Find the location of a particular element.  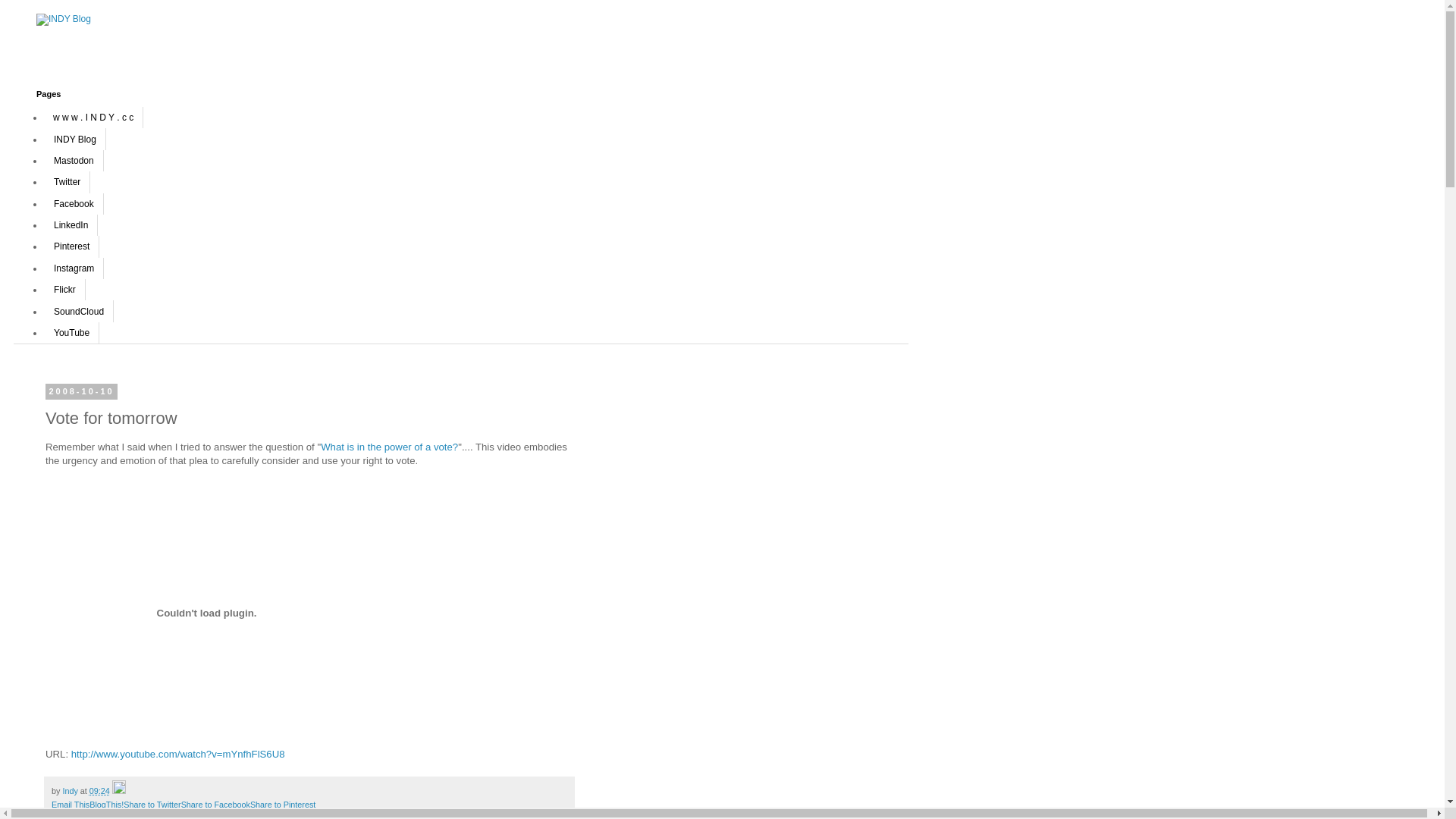

'SoundCloud' is located at coordinates (43, 309).